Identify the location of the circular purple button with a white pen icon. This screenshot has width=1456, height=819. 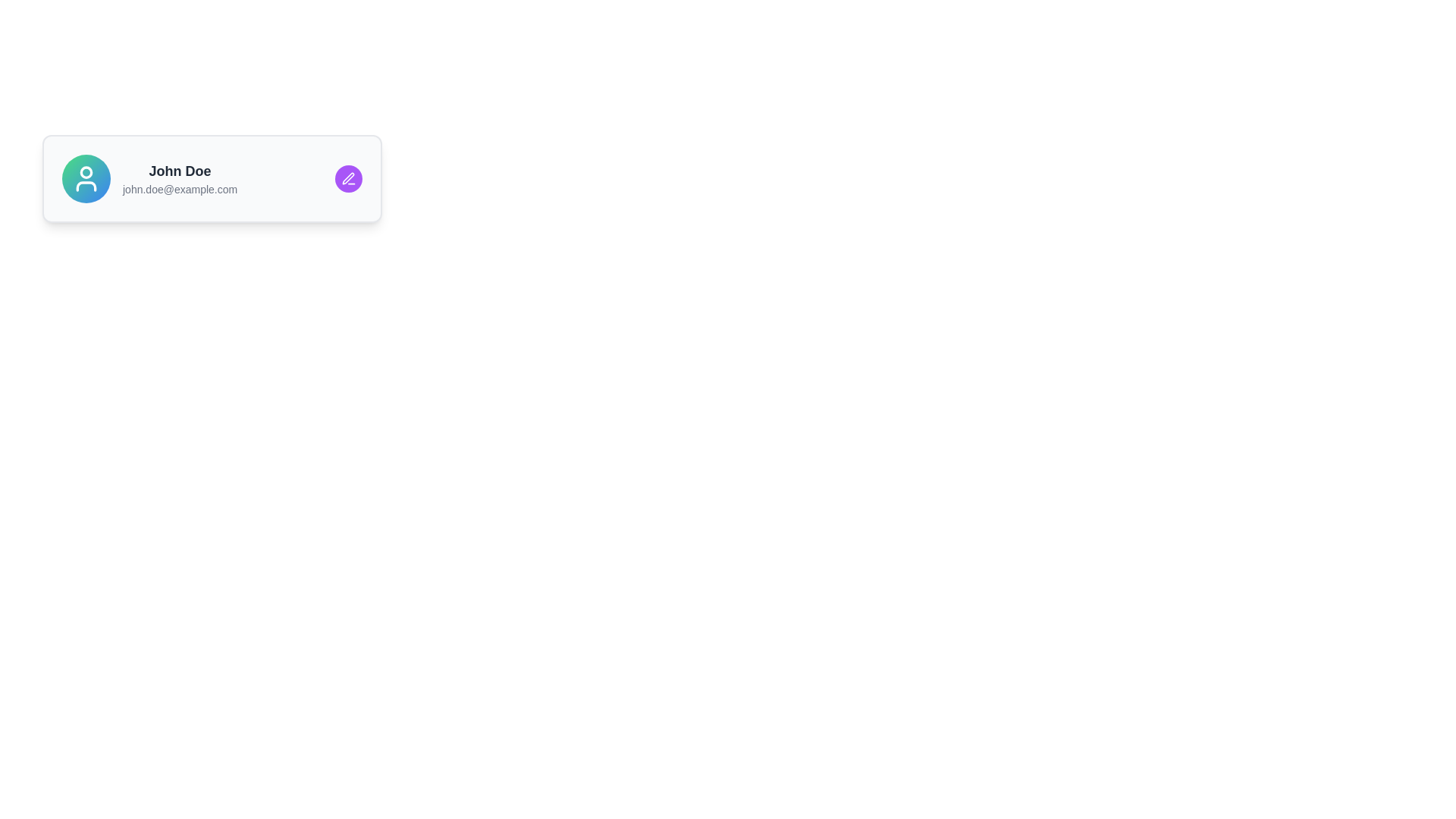
(348, 177).